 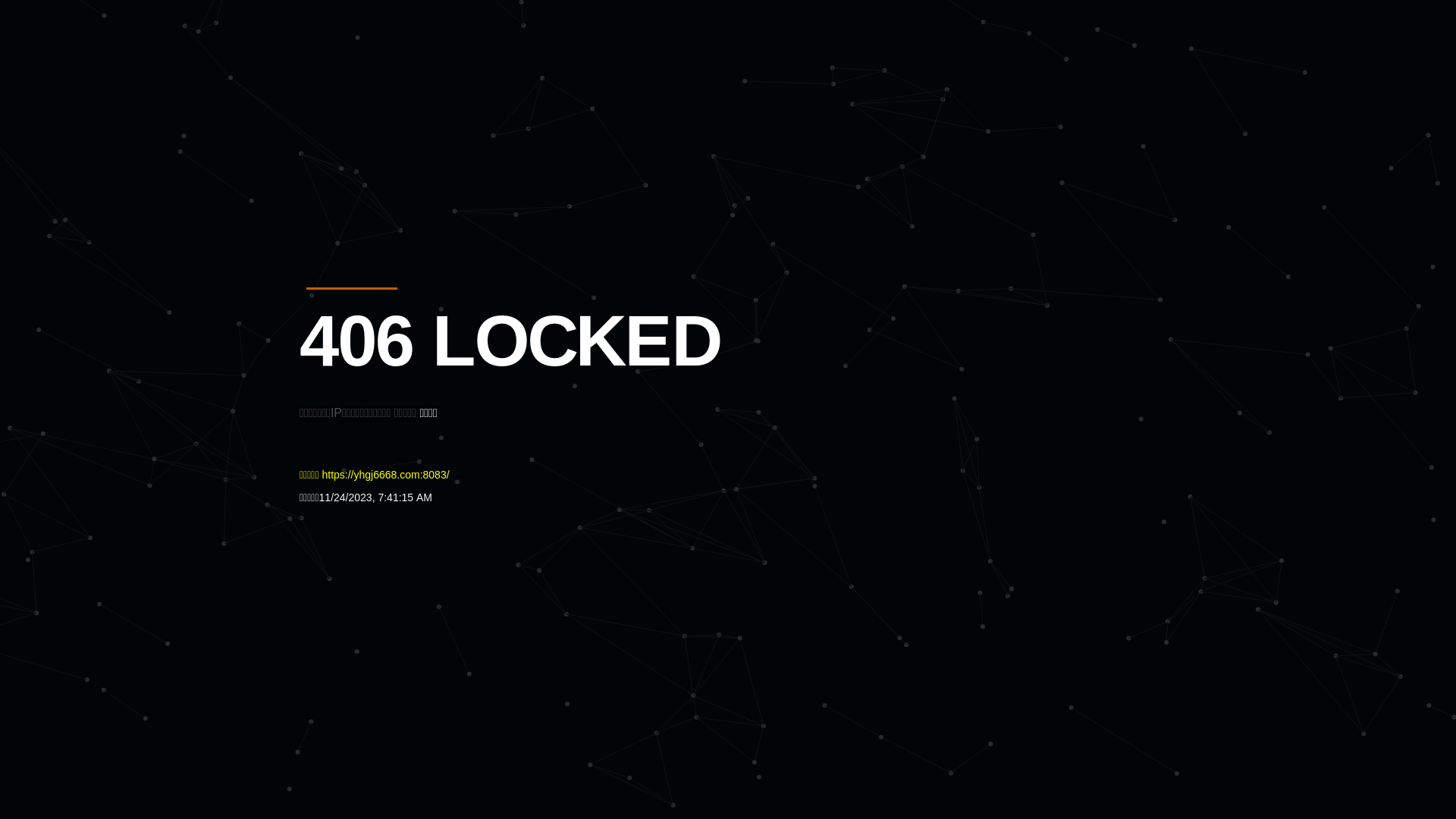 I want to click on 'Quatro', so click(x=411, y=86).